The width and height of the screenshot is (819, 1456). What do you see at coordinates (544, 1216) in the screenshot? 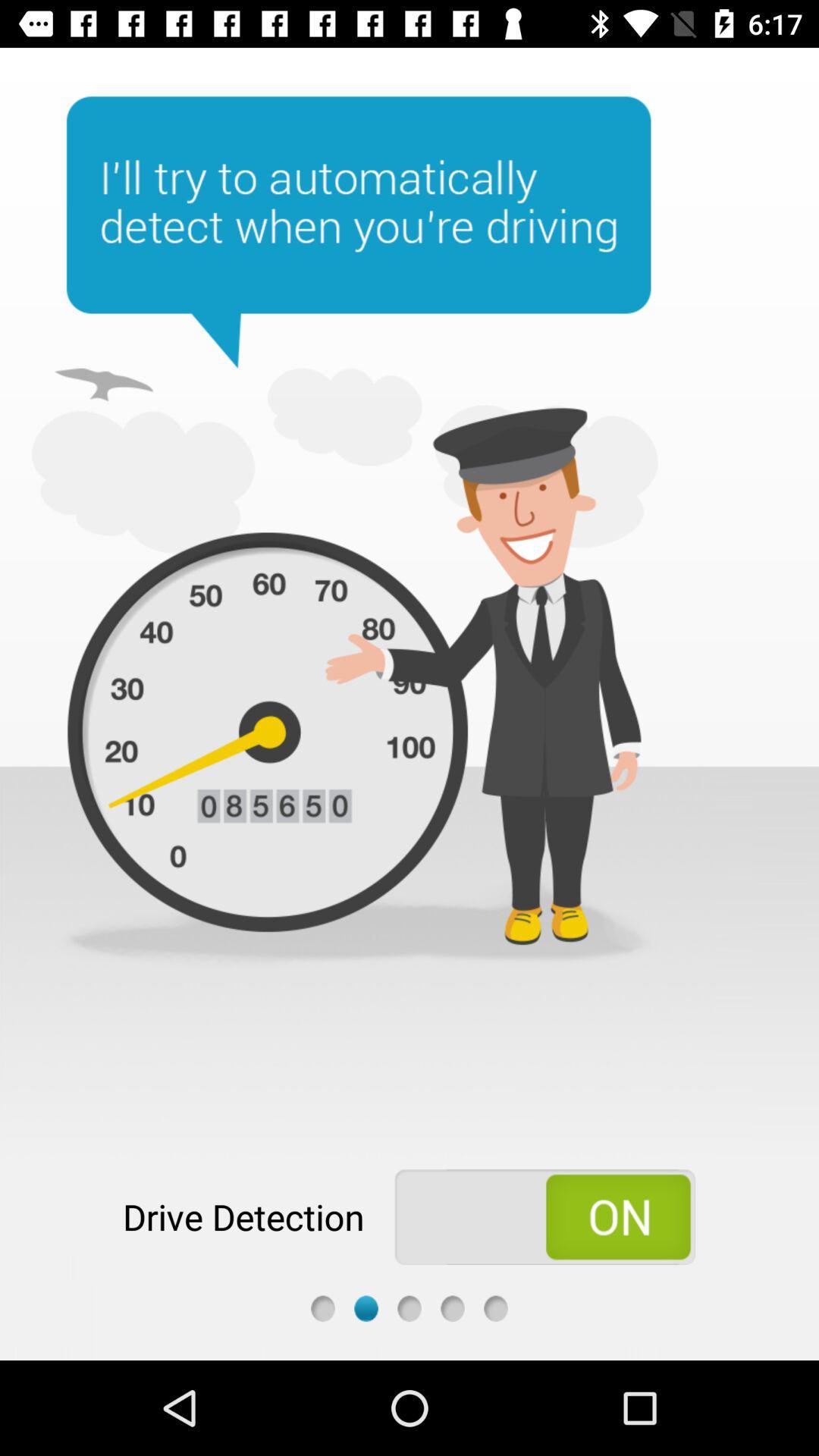
I see `drive detection` at bounding box center [544, 1216].